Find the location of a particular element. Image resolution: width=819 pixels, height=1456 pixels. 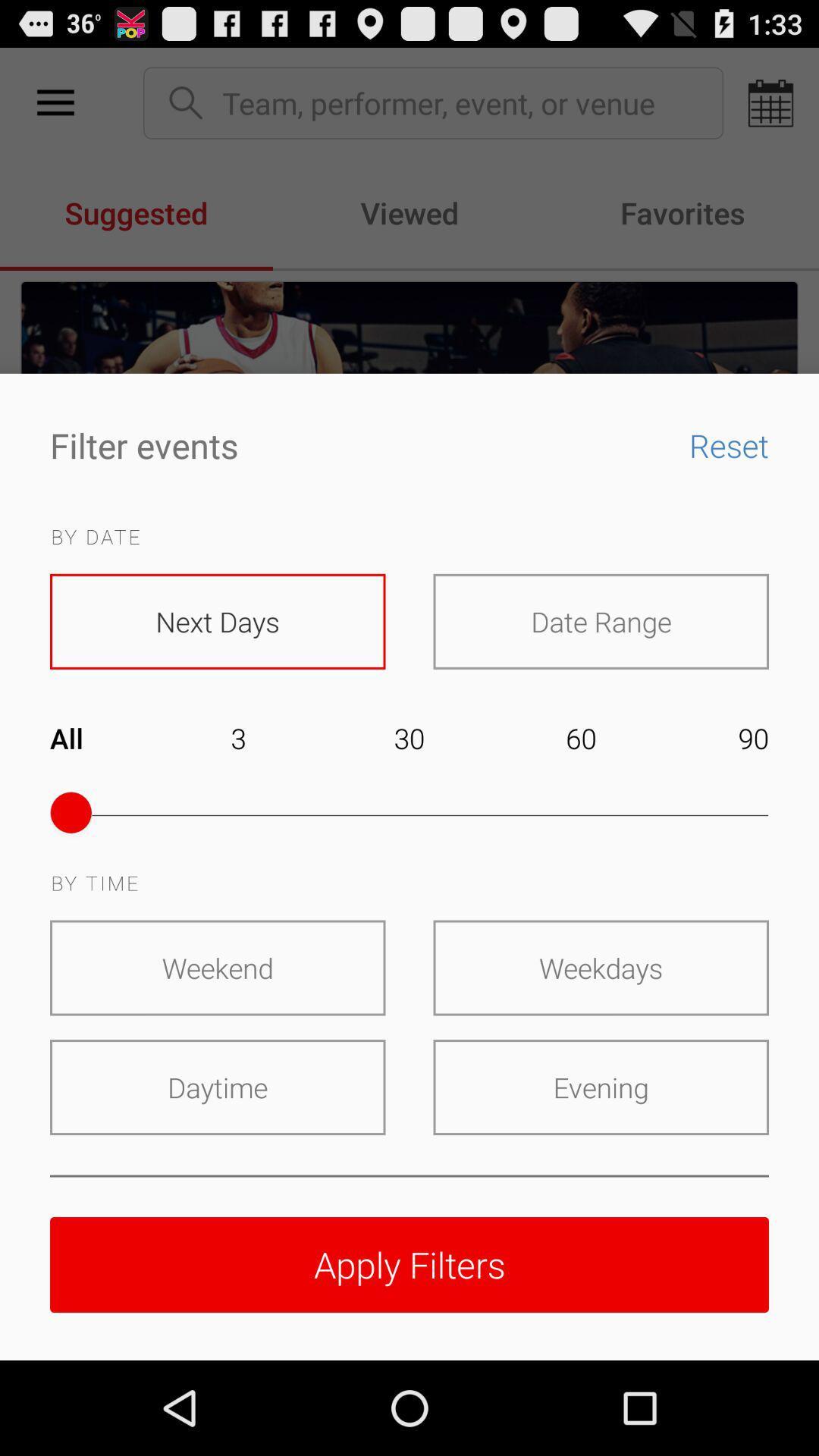

the icon to the right of the daytime item is located at coordinates (600, 1087).